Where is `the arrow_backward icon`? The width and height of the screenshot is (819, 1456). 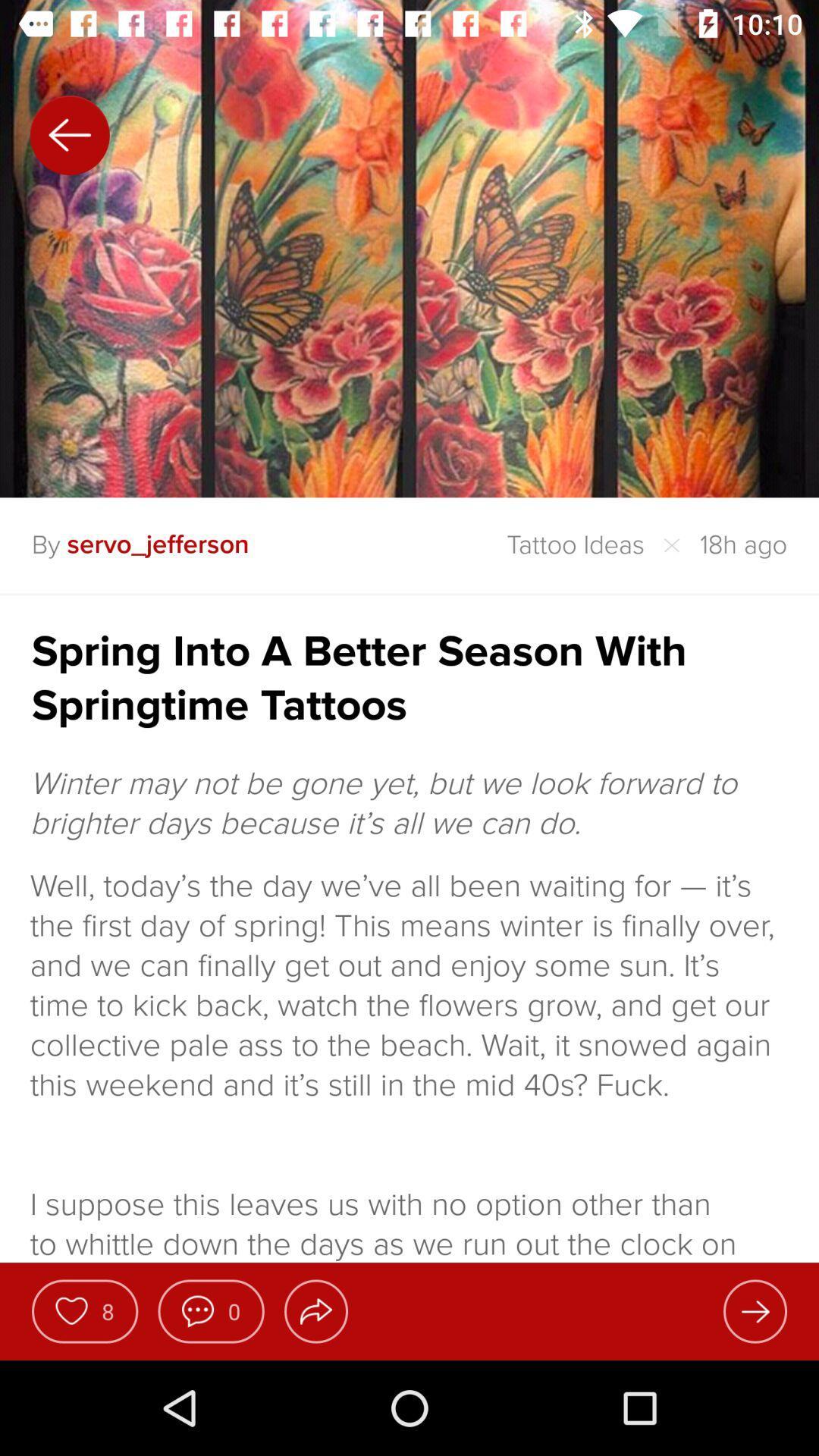 the arrow_backward icon is located at coordinates (70, 135).